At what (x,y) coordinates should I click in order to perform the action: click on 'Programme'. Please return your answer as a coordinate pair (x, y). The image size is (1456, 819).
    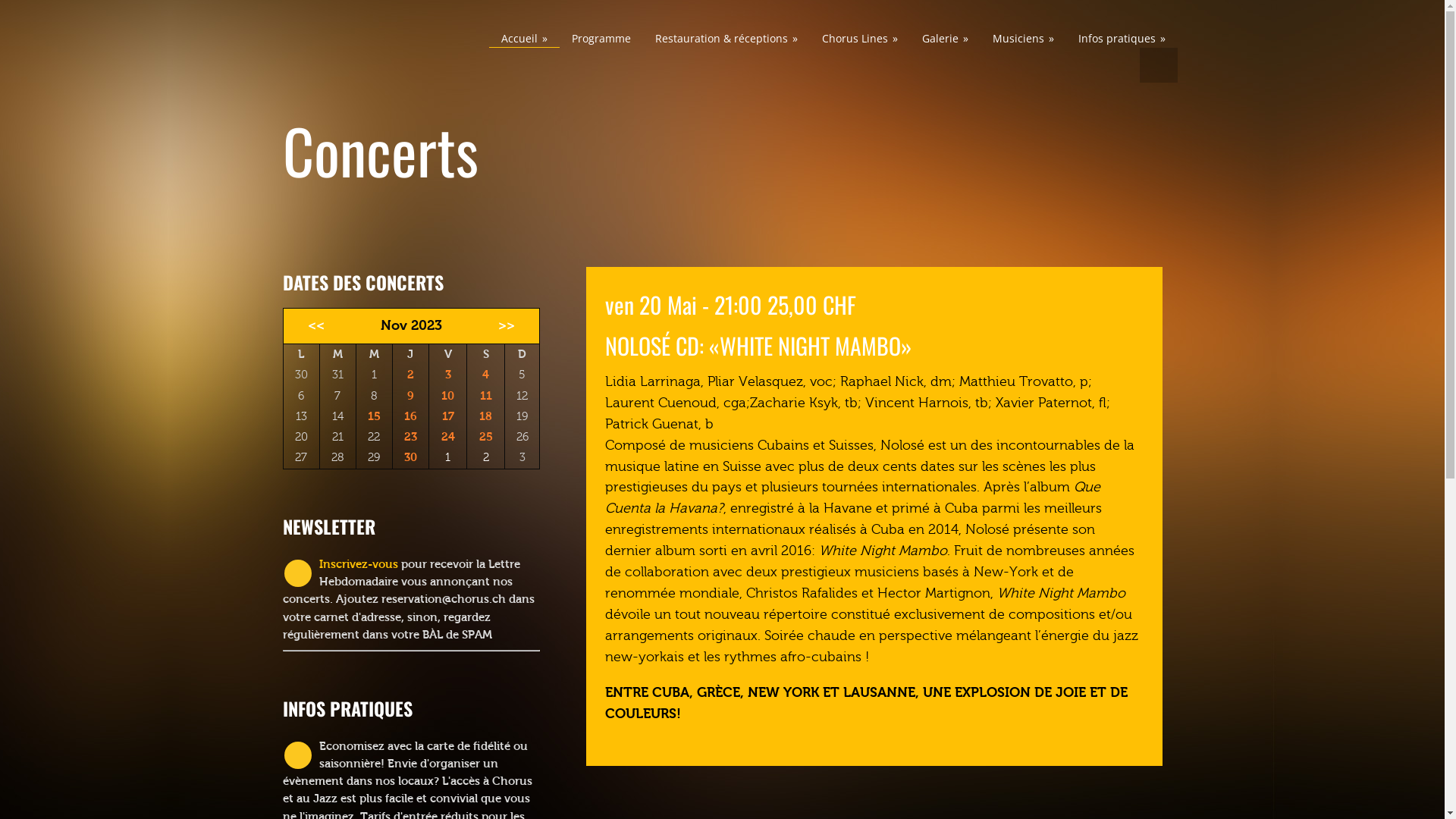
    Looking at the image, I should click on (600, 37).